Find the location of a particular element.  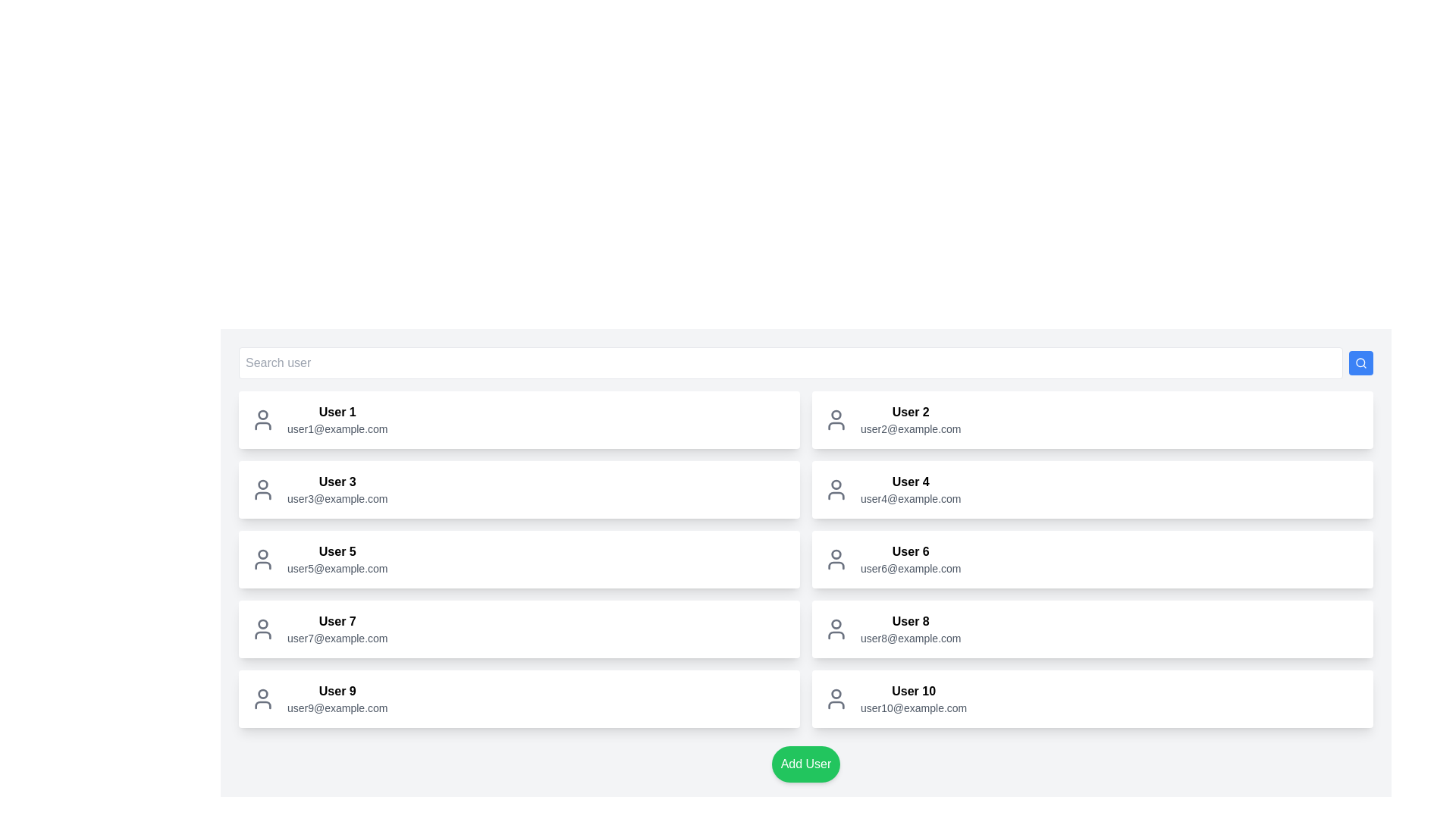

the circular graphical element representing the head portion of the user icon for 'User 5' in the user profile list is located at coordinates (262, 554).